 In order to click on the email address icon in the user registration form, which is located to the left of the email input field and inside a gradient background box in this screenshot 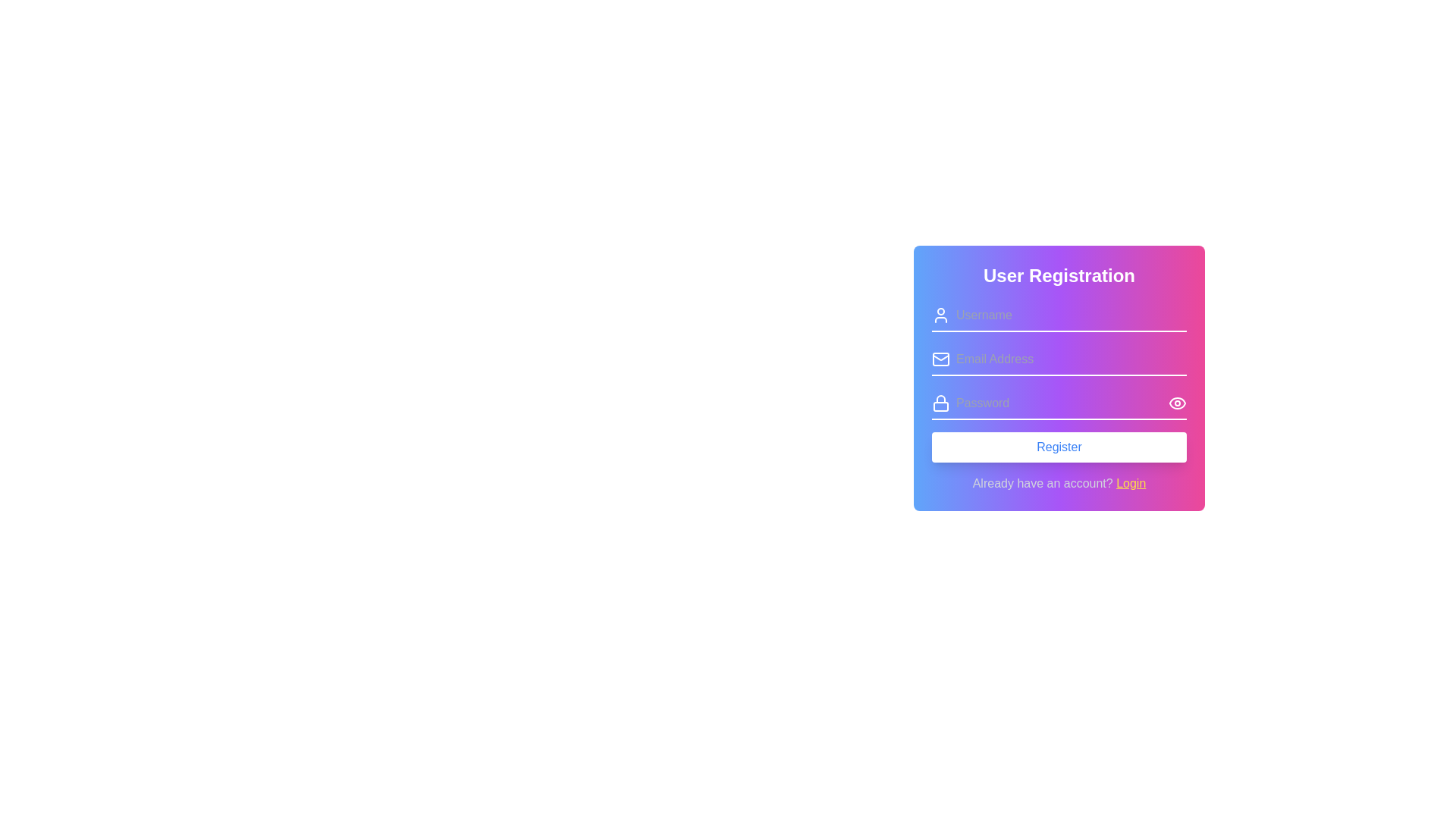, I will do `click(940, 359)`.